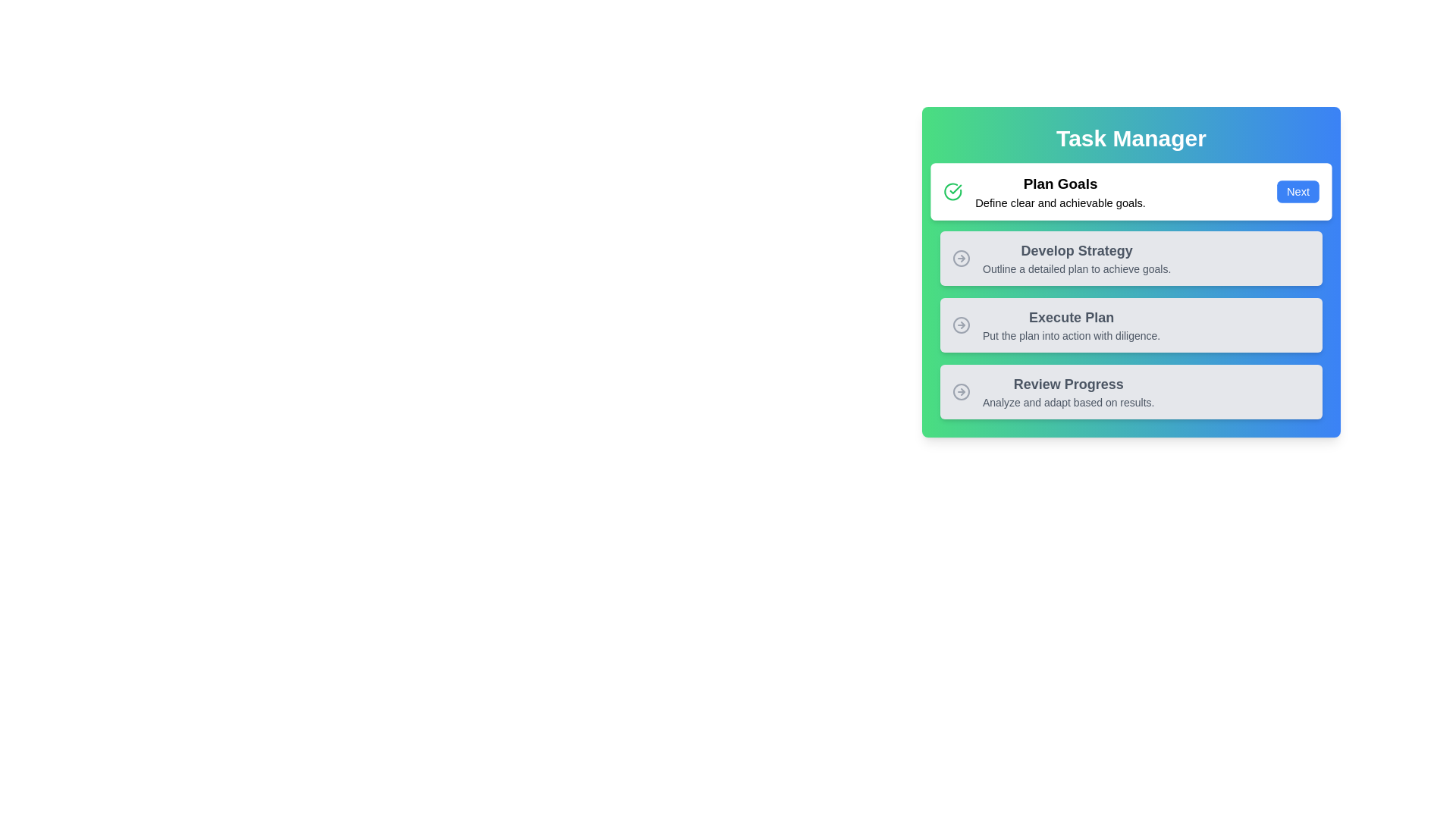 The width and height of the screenshot is (1456, 819). Describe the element at coordinates (1131, 138) in the screenshot. I see `the 'Task Manager' heading, which is styled with bold, white text in a large font size and is centered horizontally within a gradient background that shifts from green to blue` at that location.